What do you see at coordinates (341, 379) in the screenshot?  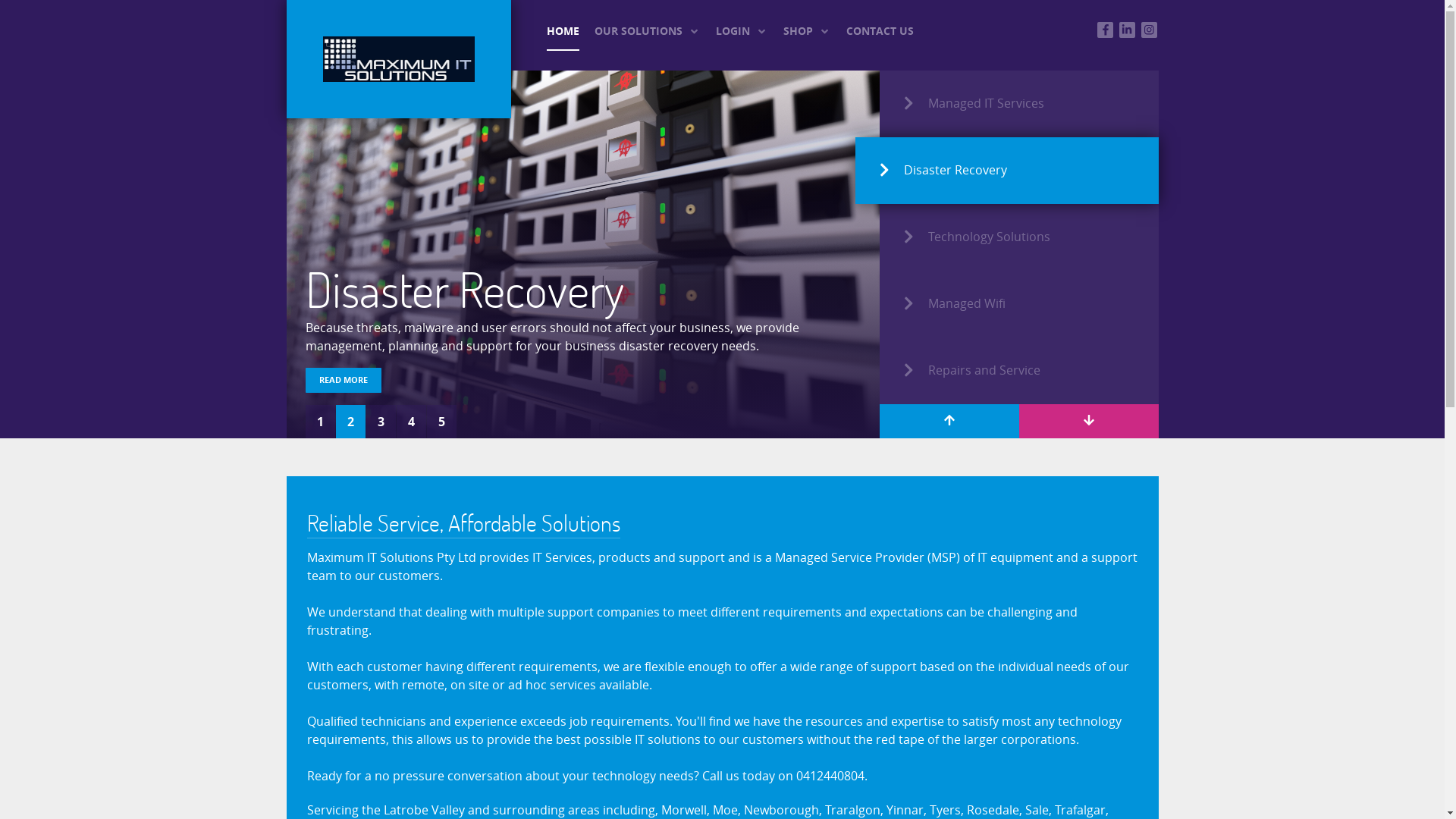 I see `'READ MORE'` at bounding box center [341, 379].